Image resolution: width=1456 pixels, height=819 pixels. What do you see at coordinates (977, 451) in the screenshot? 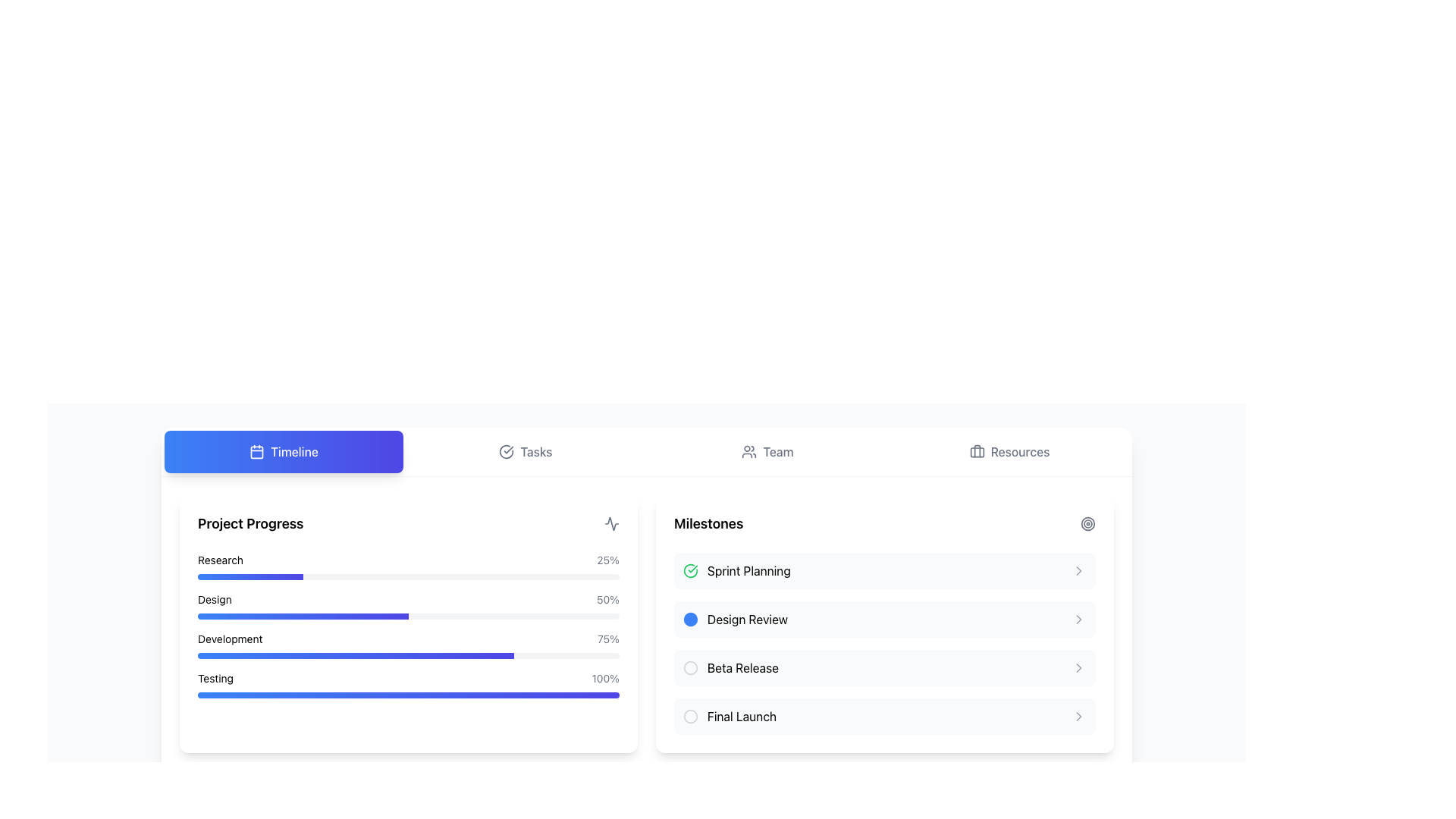
I see `the inner rectangular part of the briefcase icon represented by the SVG Rectangle with slightly rounded corners` at bounding box center [977, 451].